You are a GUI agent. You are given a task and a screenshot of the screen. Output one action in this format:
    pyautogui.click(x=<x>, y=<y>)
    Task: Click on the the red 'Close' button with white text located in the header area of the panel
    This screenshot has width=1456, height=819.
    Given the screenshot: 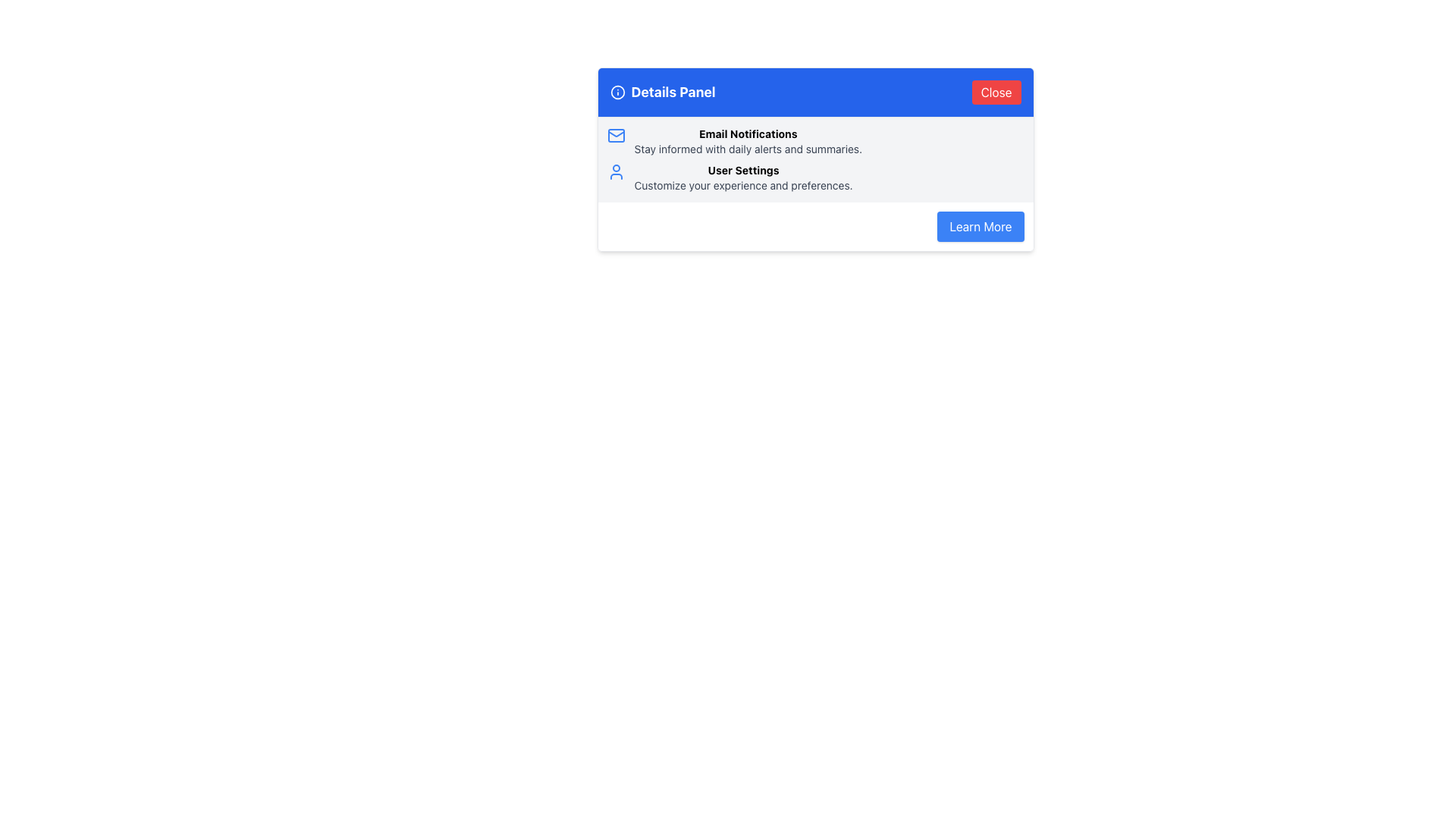 What is the action you would take?
    pyautogui.click(x=996, y=93)
    